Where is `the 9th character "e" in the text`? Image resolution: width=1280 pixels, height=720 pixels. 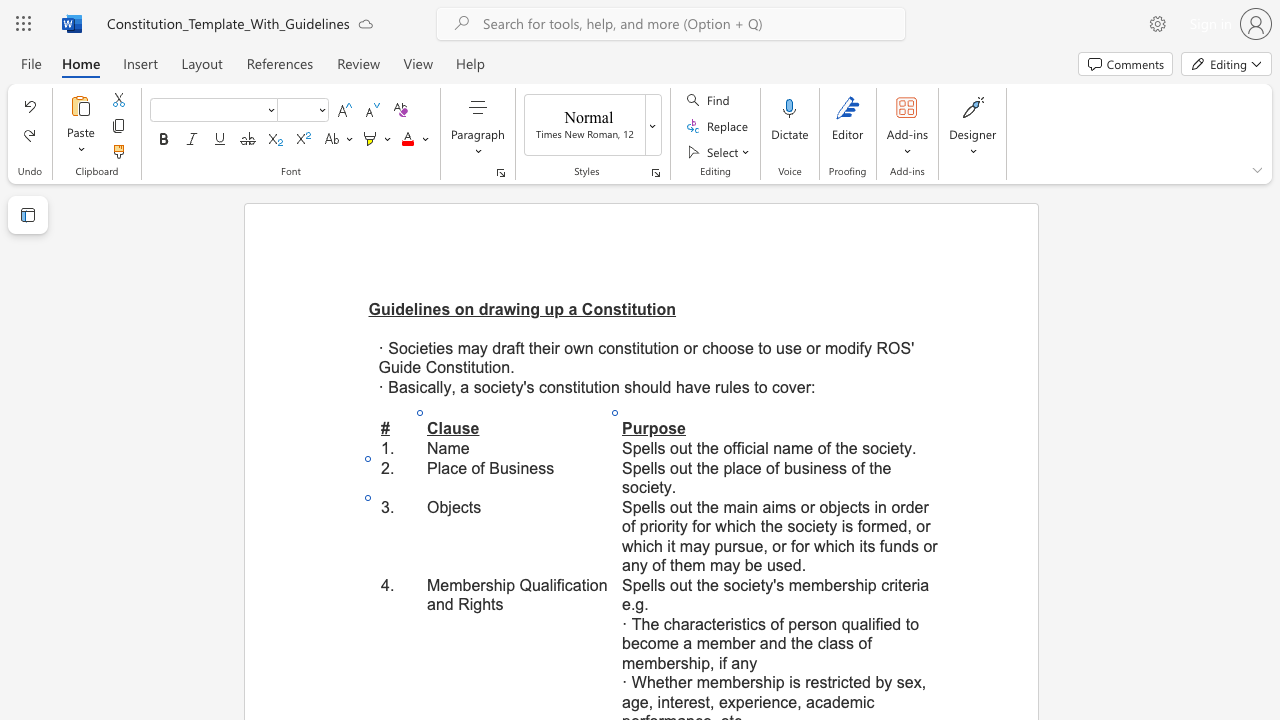
the 9th character "e" in the text is located at coordinates (687, 565).